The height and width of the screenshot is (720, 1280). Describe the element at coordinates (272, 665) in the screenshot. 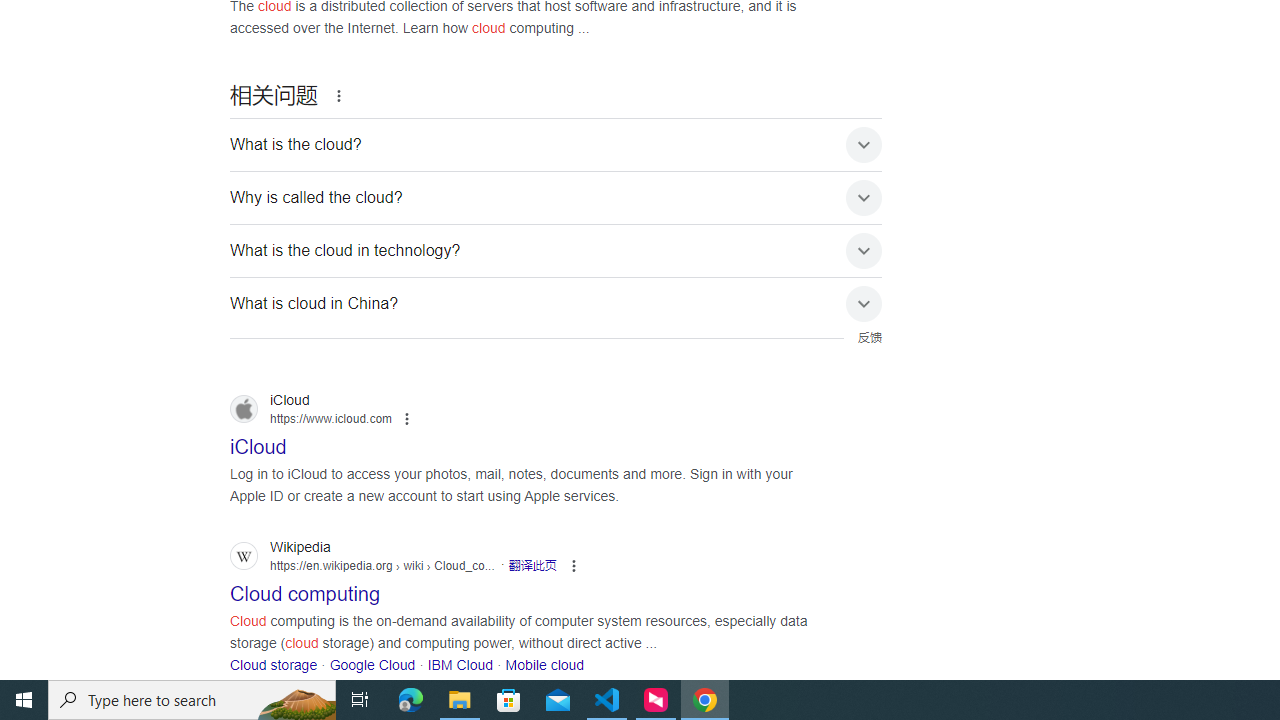

I see `'Cloud storage'` at that location.